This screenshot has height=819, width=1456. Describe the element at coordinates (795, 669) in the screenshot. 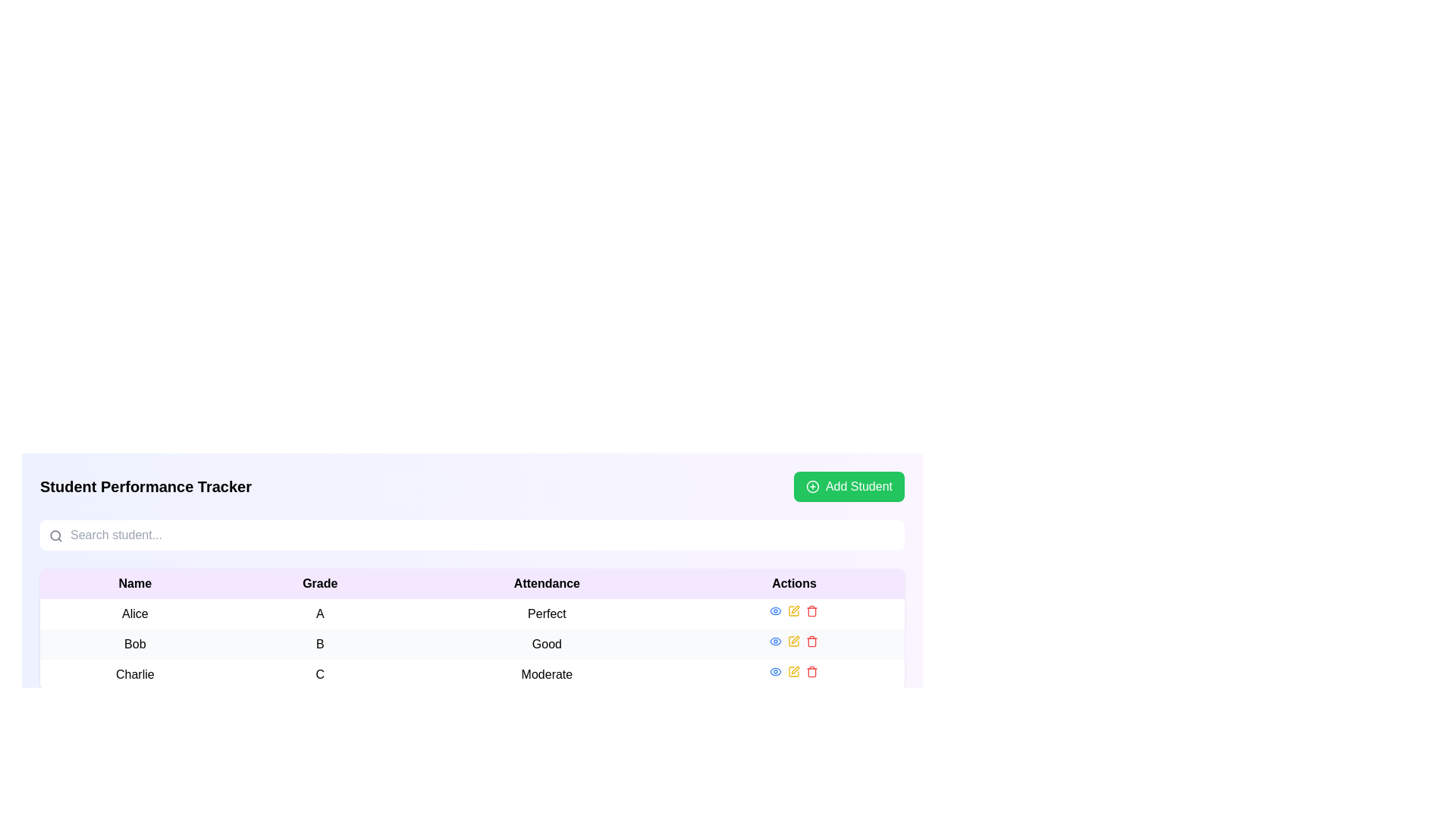

I see `the pen icon in the 'Actions' column for the student named 'Charlie', which is the second icon from the left` at that location.